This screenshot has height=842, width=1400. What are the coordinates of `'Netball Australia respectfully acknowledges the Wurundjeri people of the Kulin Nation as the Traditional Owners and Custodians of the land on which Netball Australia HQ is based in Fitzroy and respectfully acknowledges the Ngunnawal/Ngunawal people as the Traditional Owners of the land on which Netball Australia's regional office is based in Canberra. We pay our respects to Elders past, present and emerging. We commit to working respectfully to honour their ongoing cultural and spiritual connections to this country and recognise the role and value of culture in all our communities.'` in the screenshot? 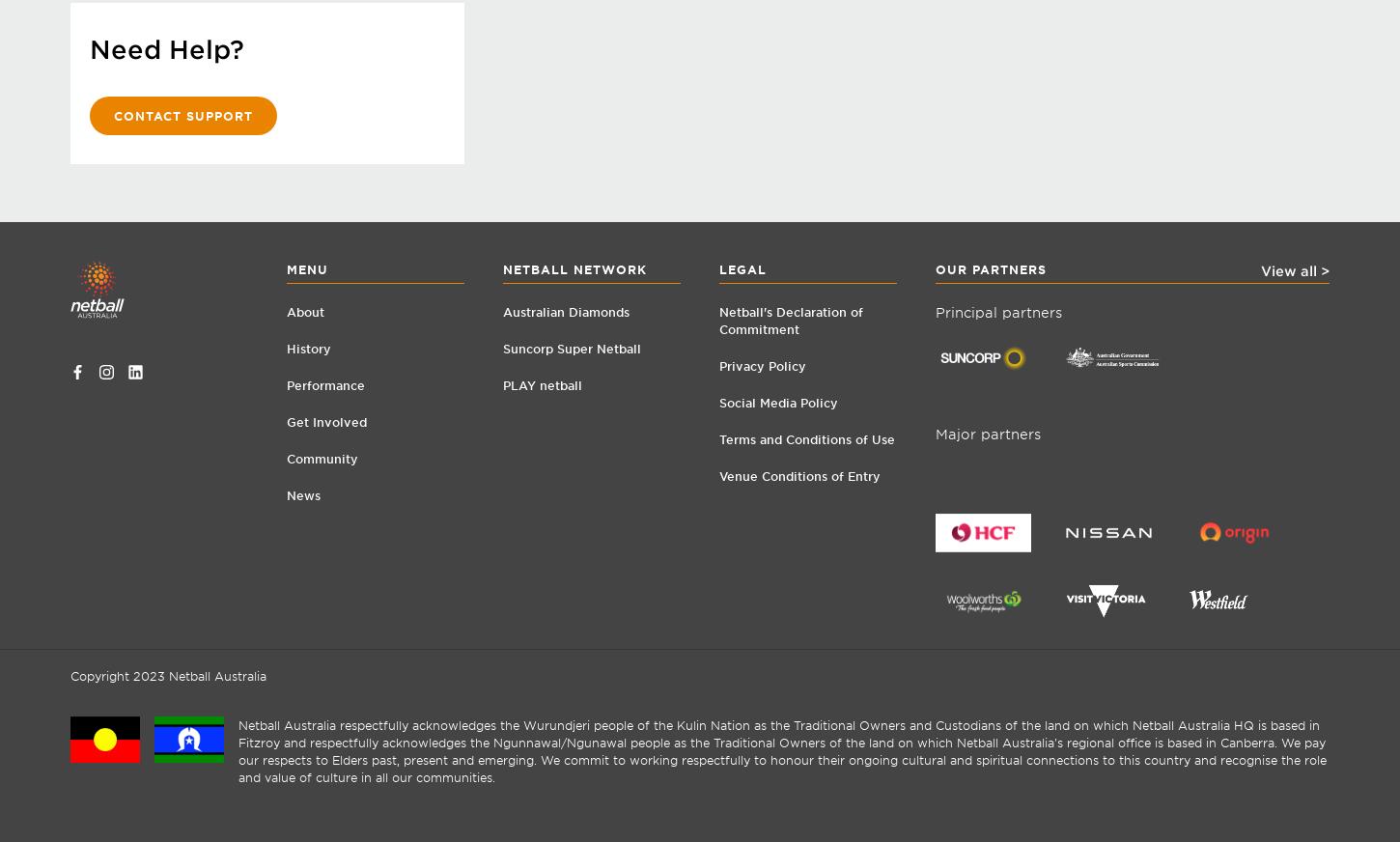 It's located at (238, 750).